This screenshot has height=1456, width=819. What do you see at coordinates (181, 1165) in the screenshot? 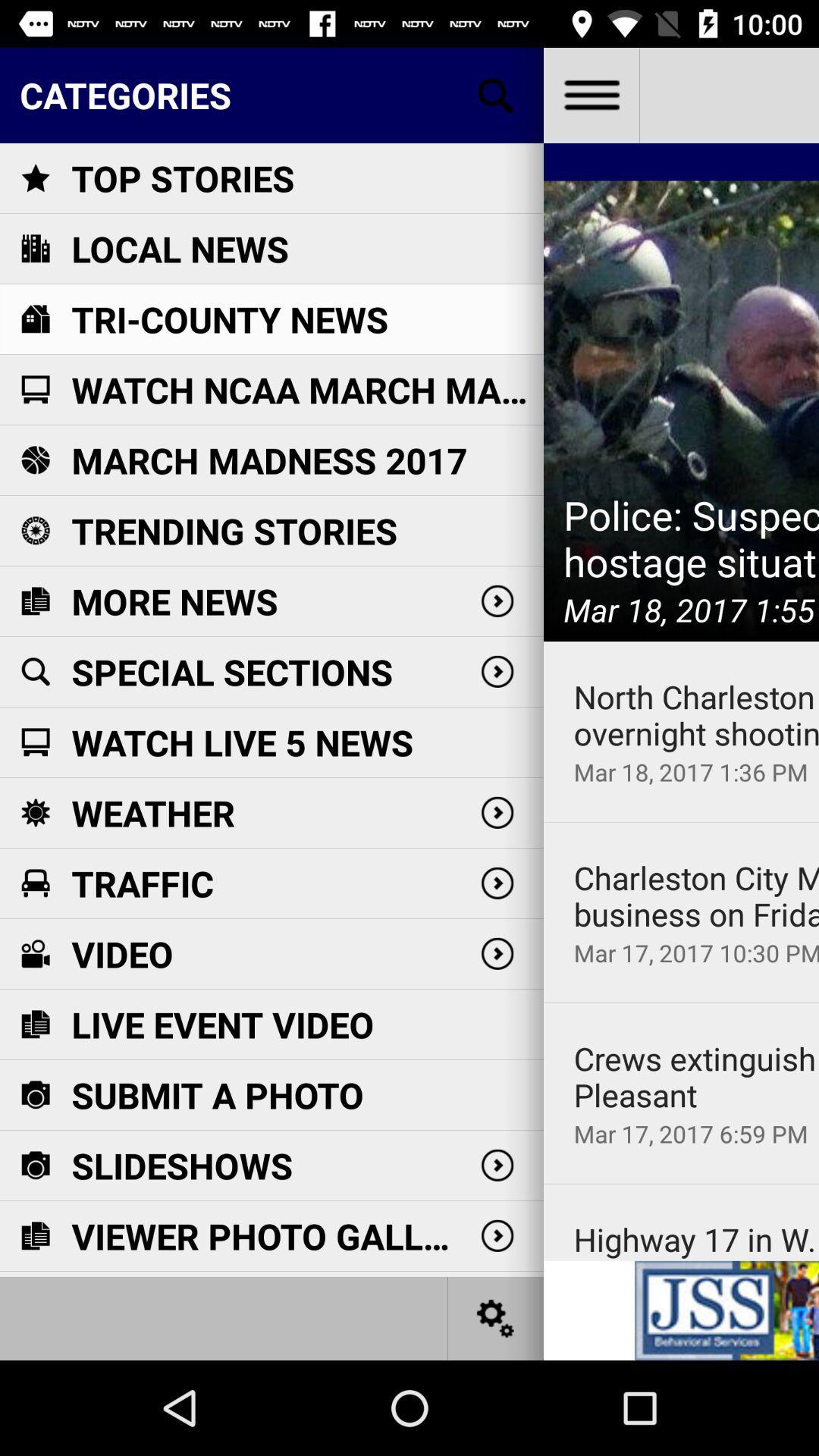
I see `the icon below submit a photo icon` at bounding box center [181, 1165].